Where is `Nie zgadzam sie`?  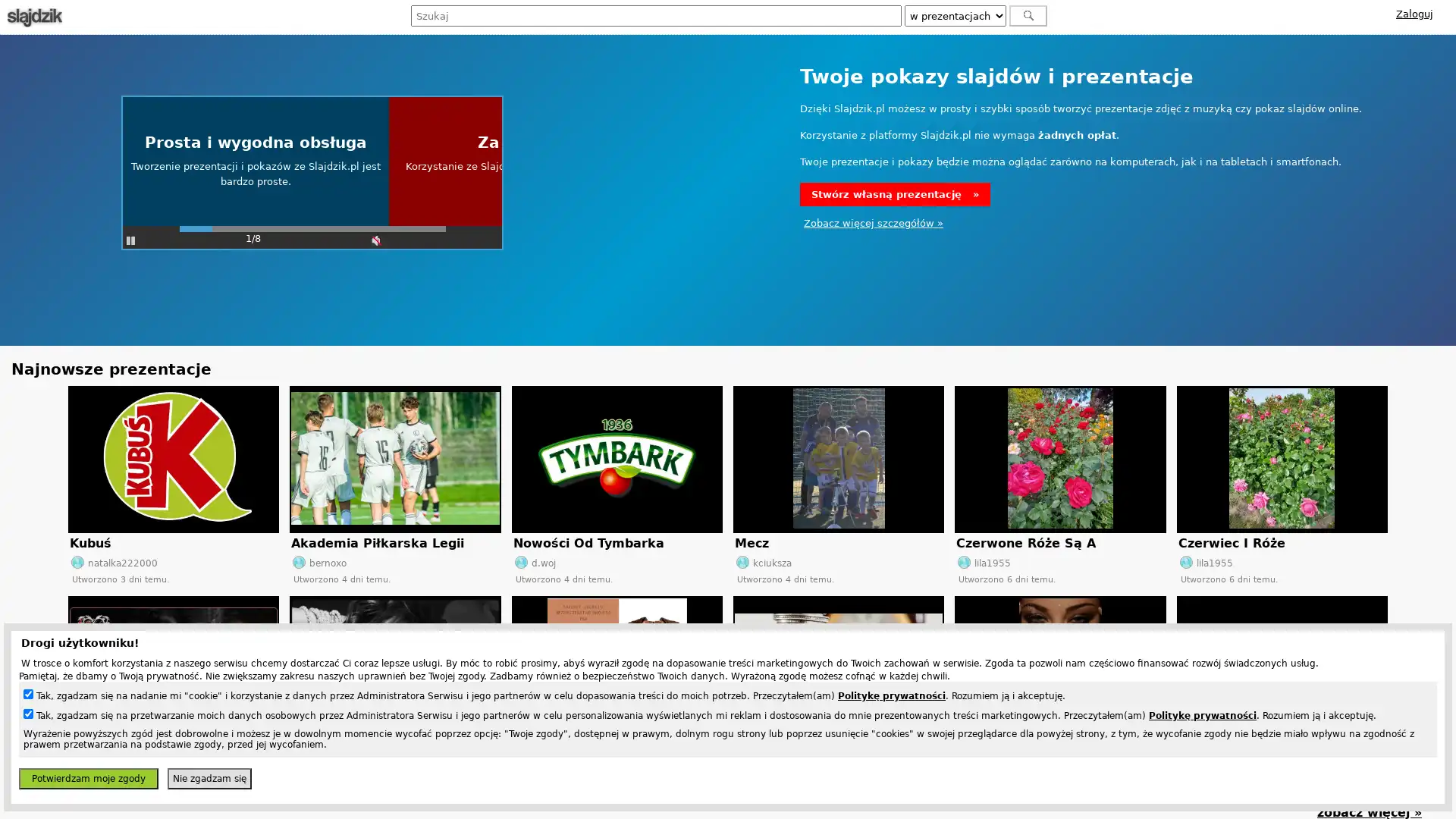 Nie zgadzam sie is located at coordinates (209, 778).